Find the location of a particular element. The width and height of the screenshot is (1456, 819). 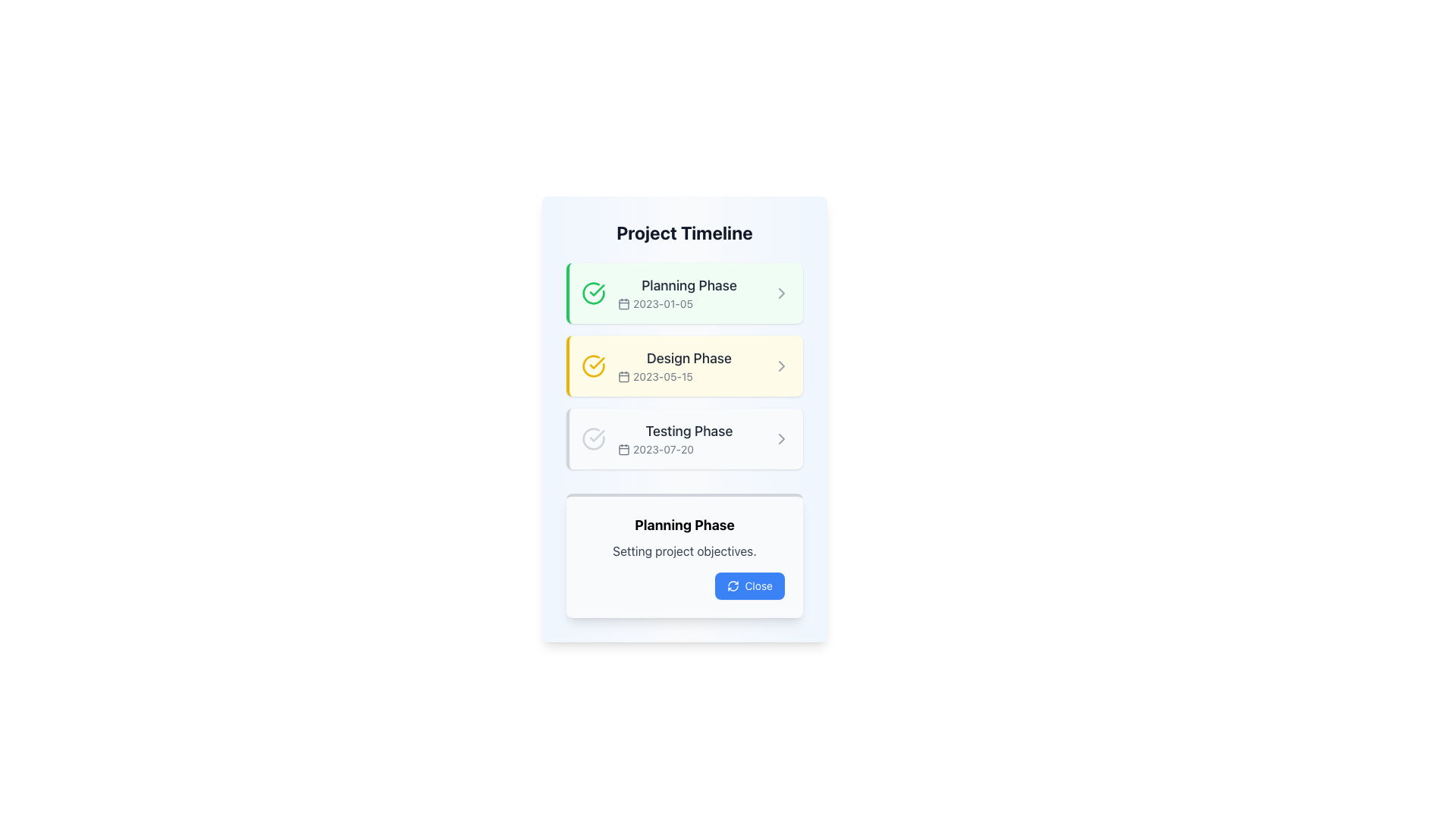

the text label that indicates the specific phase of the project timeline, located at the top of the vertically stacked list of items is located at coordinates (688, 286).